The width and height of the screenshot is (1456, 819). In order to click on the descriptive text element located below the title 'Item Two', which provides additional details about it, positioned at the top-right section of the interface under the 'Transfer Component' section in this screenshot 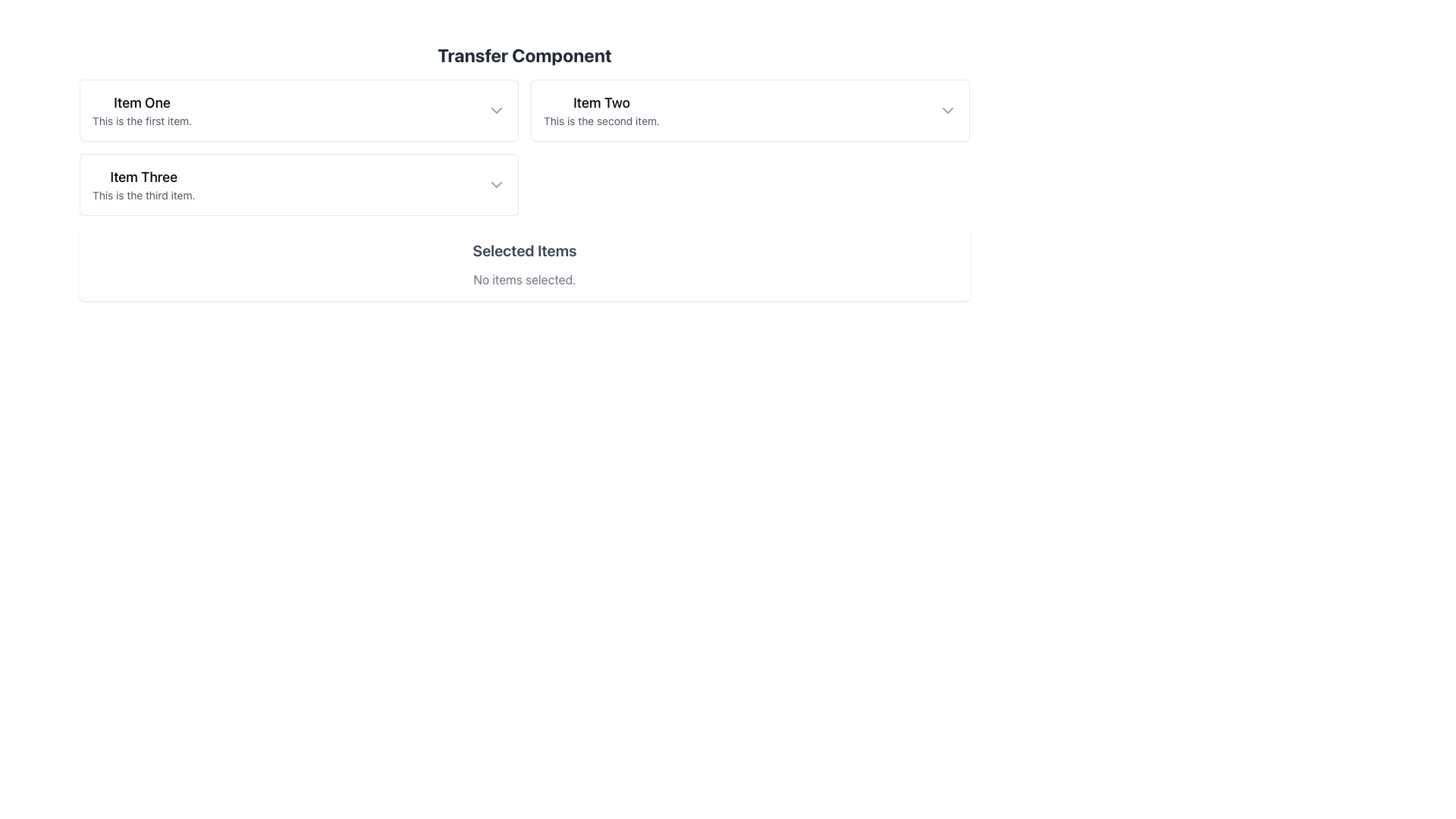, I will do `click(601, 120)`.